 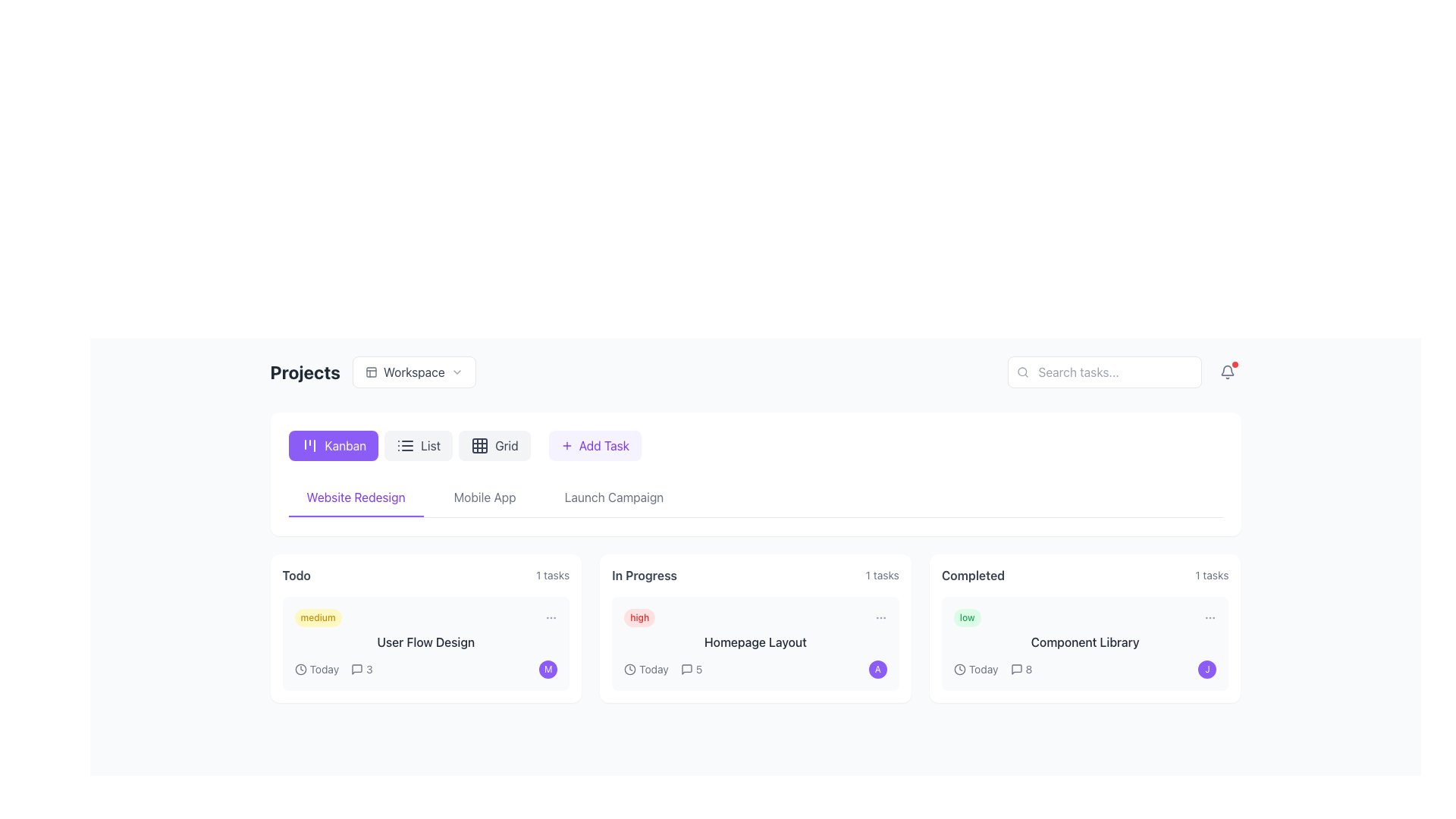 I want to click on the comments icon located in the 'In Progress' card, positioned to the left of the number '5', so click(x=686, y=669).